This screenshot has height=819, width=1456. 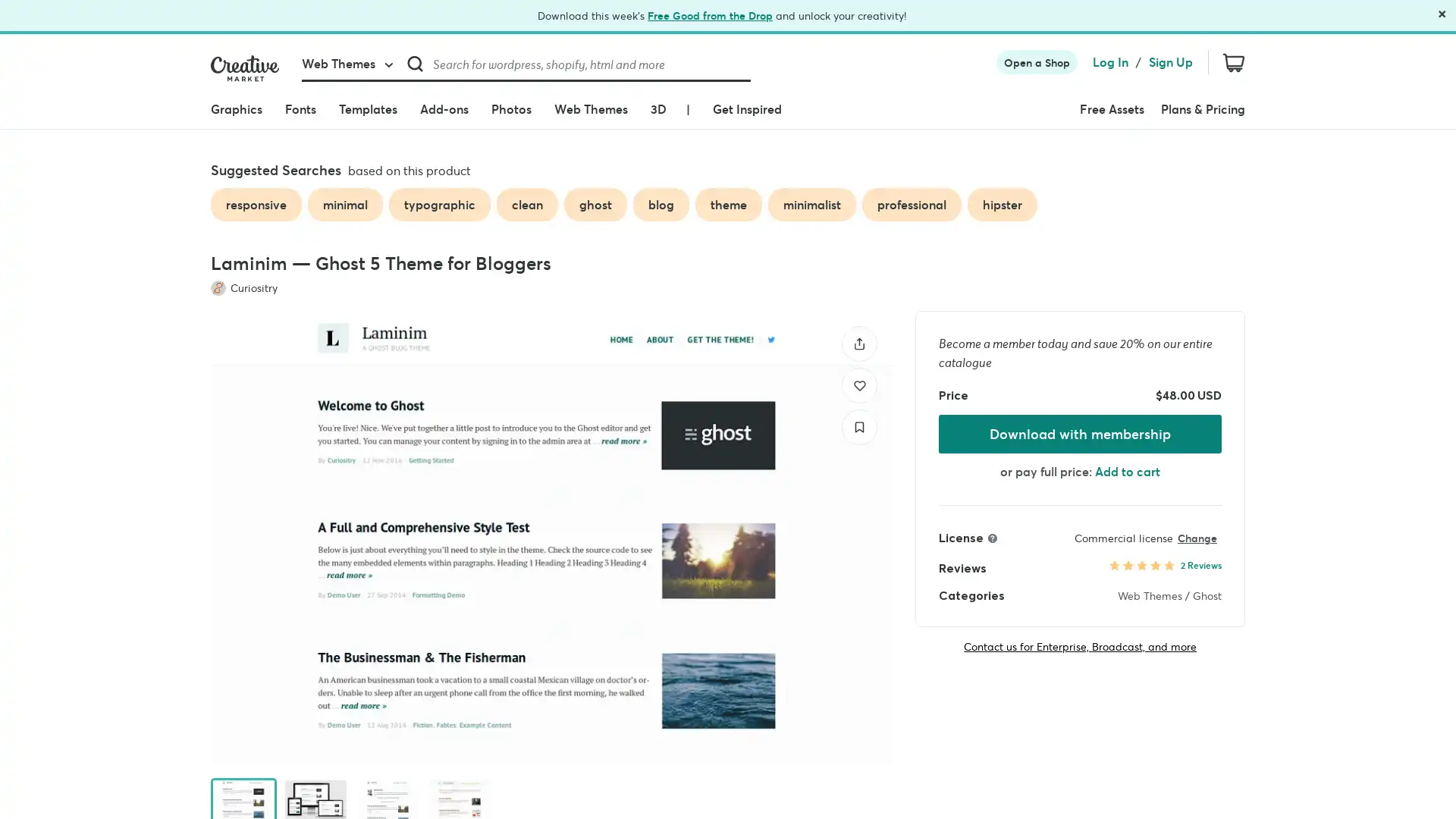 I want to click on Download with membership, so click(x=1079, y=433).